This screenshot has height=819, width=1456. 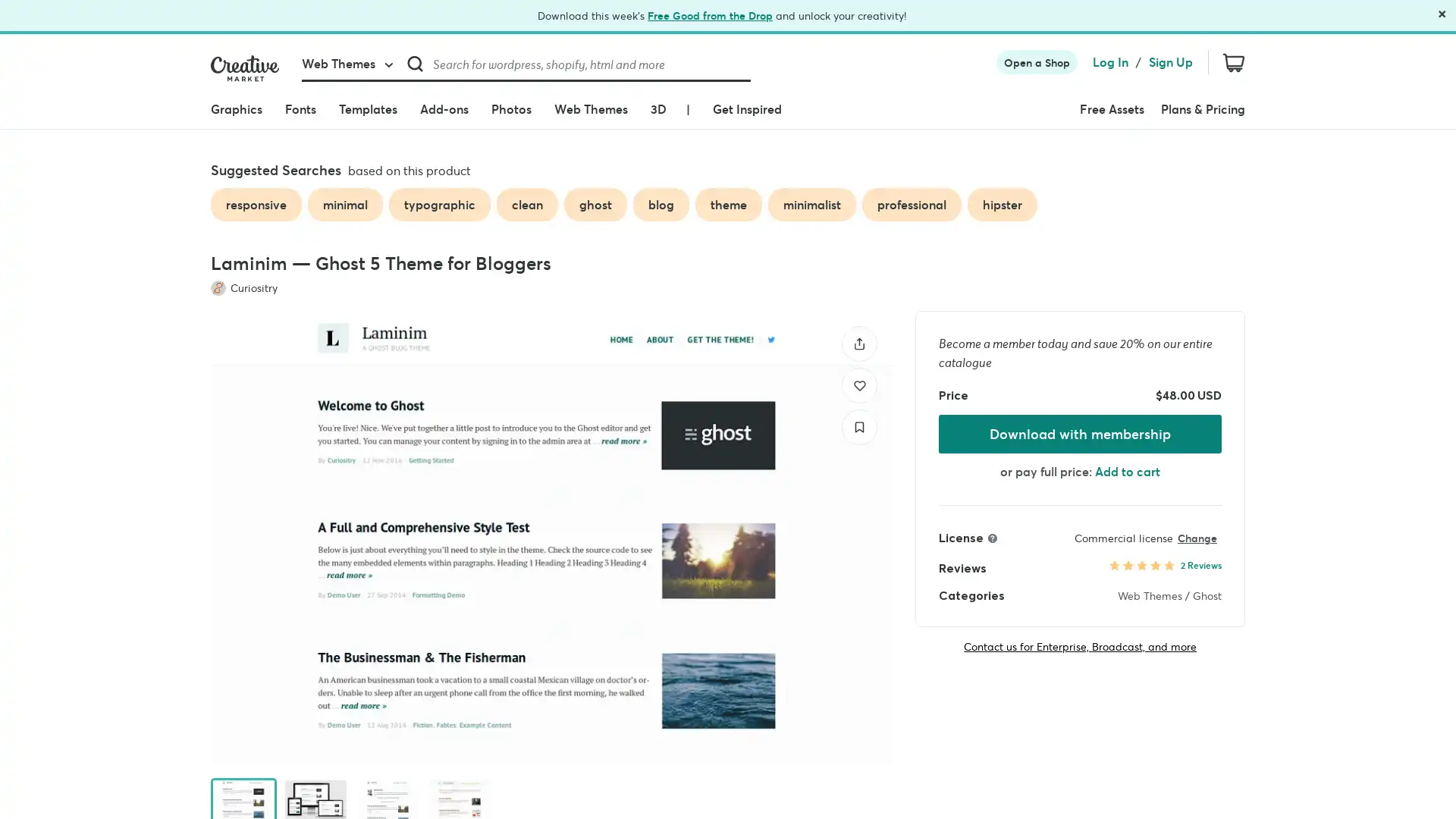 I want to click on Download with membership, so click(x=1079, y=433).